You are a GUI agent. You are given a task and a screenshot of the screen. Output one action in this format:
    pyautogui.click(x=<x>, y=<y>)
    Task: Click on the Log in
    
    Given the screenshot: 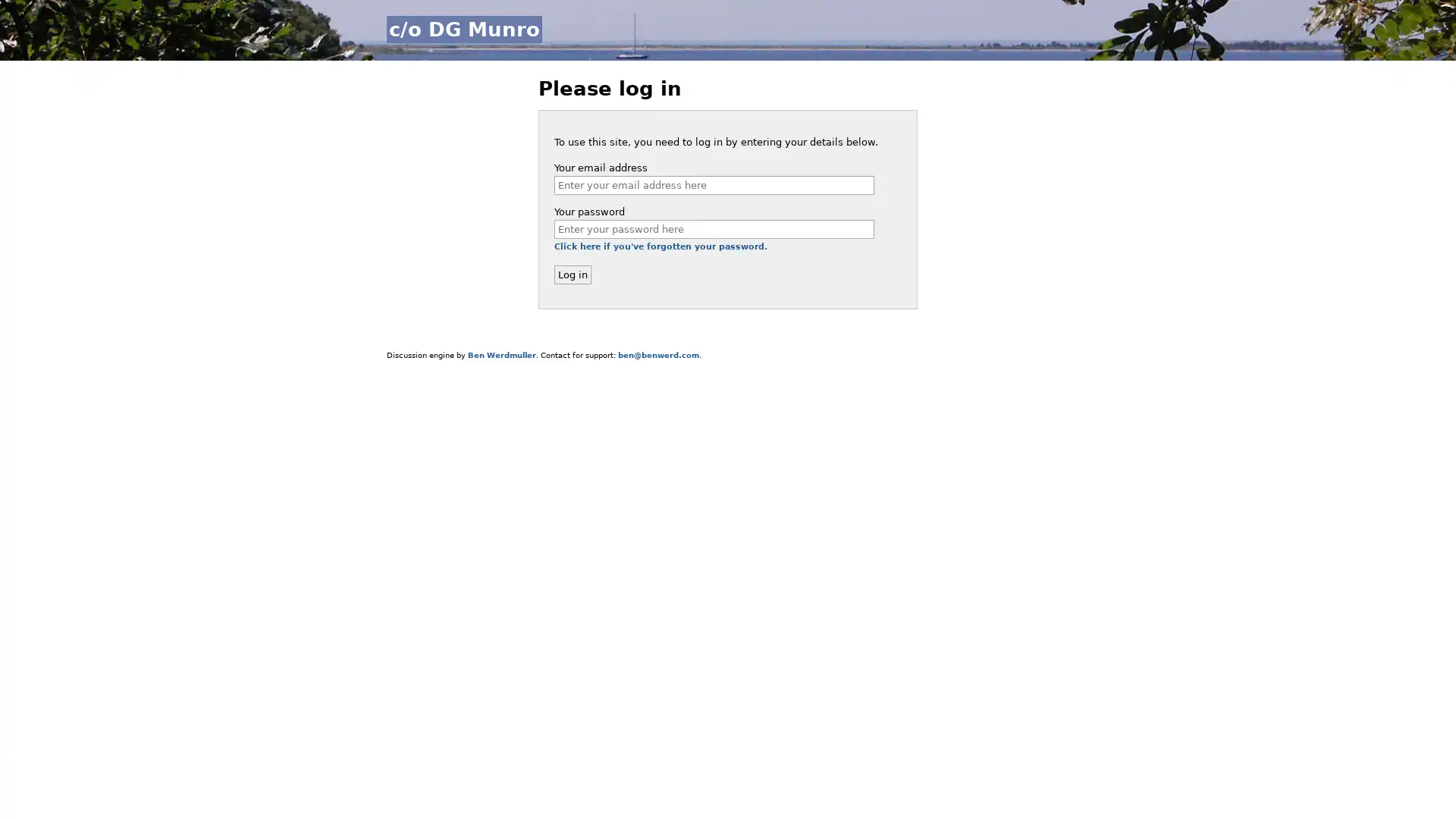 What is the action you would take?
    pyautogui.click(x=572, y=274)
    